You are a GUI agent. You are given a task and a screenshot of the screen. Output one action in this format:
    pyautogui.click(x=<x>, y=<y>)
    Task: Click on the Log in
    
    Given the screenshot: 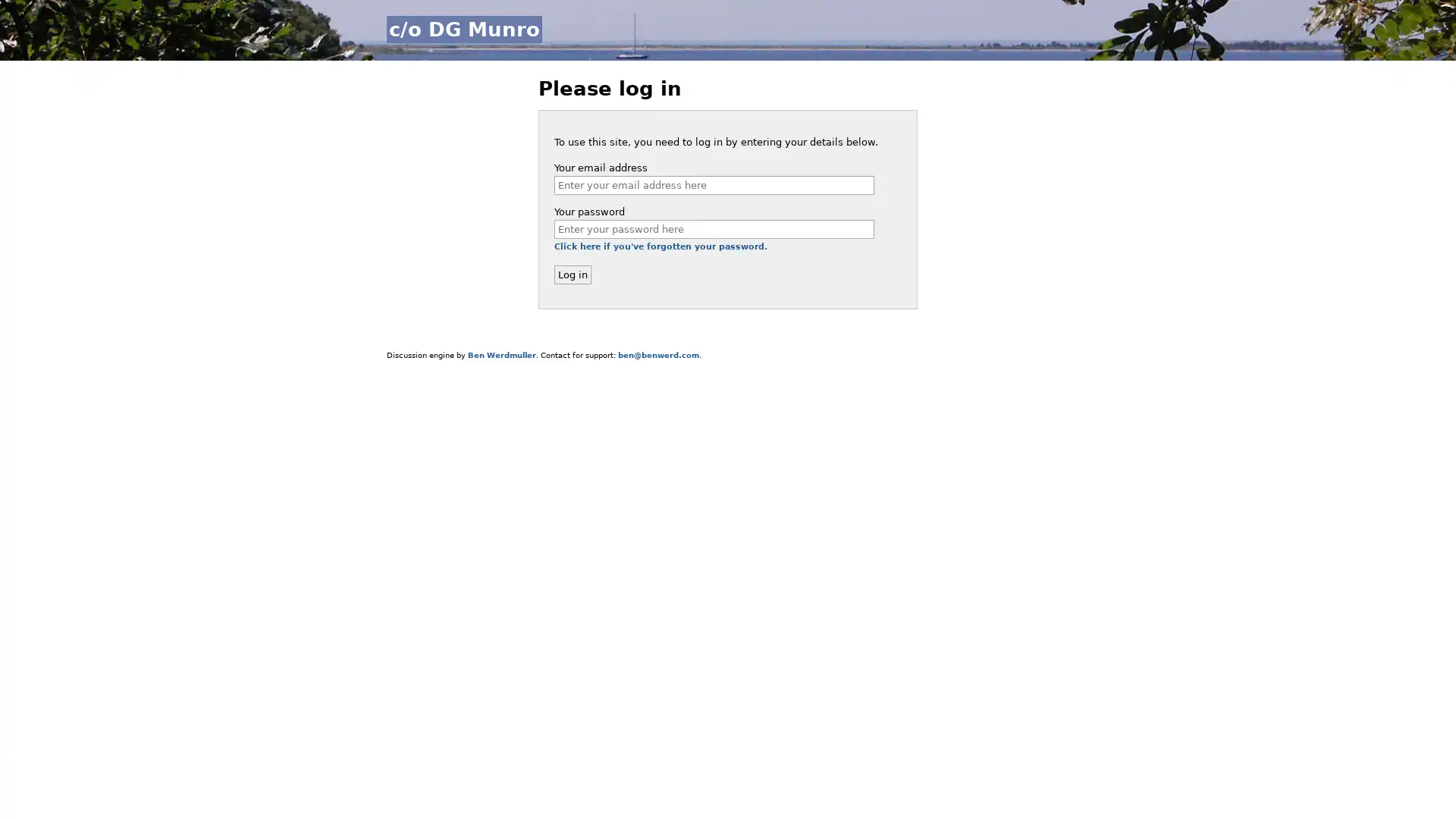 What is the action you would take?
    pyautogui.click(x=572, y=274)
    